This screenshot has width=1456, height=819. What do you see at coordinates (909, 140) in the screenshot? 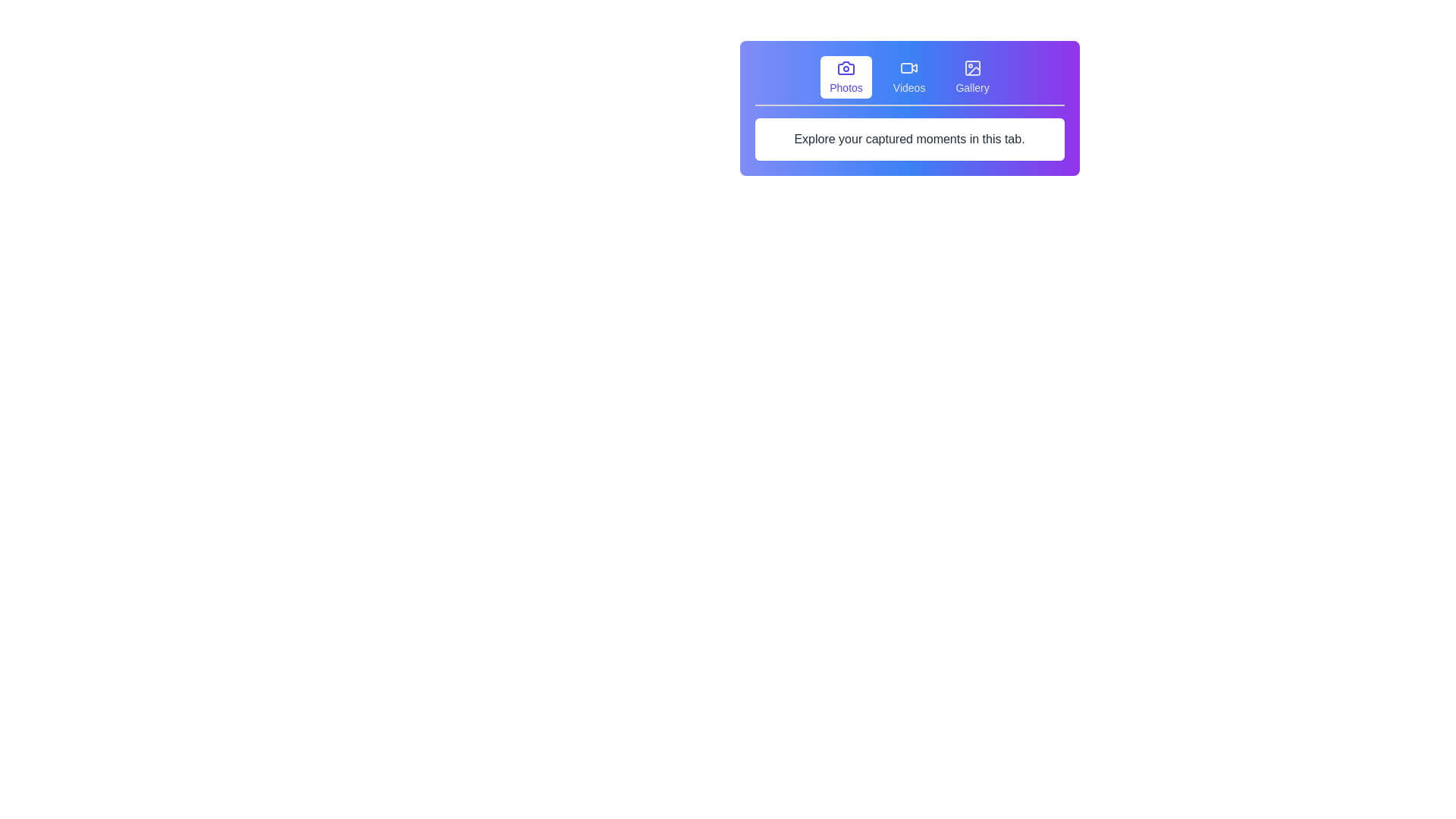
I see `text in the informational block located directly underneath the navigation options labeled 'Photos,' 'Videos,' and 'Gallery.'` at bounding box center [909, 140].